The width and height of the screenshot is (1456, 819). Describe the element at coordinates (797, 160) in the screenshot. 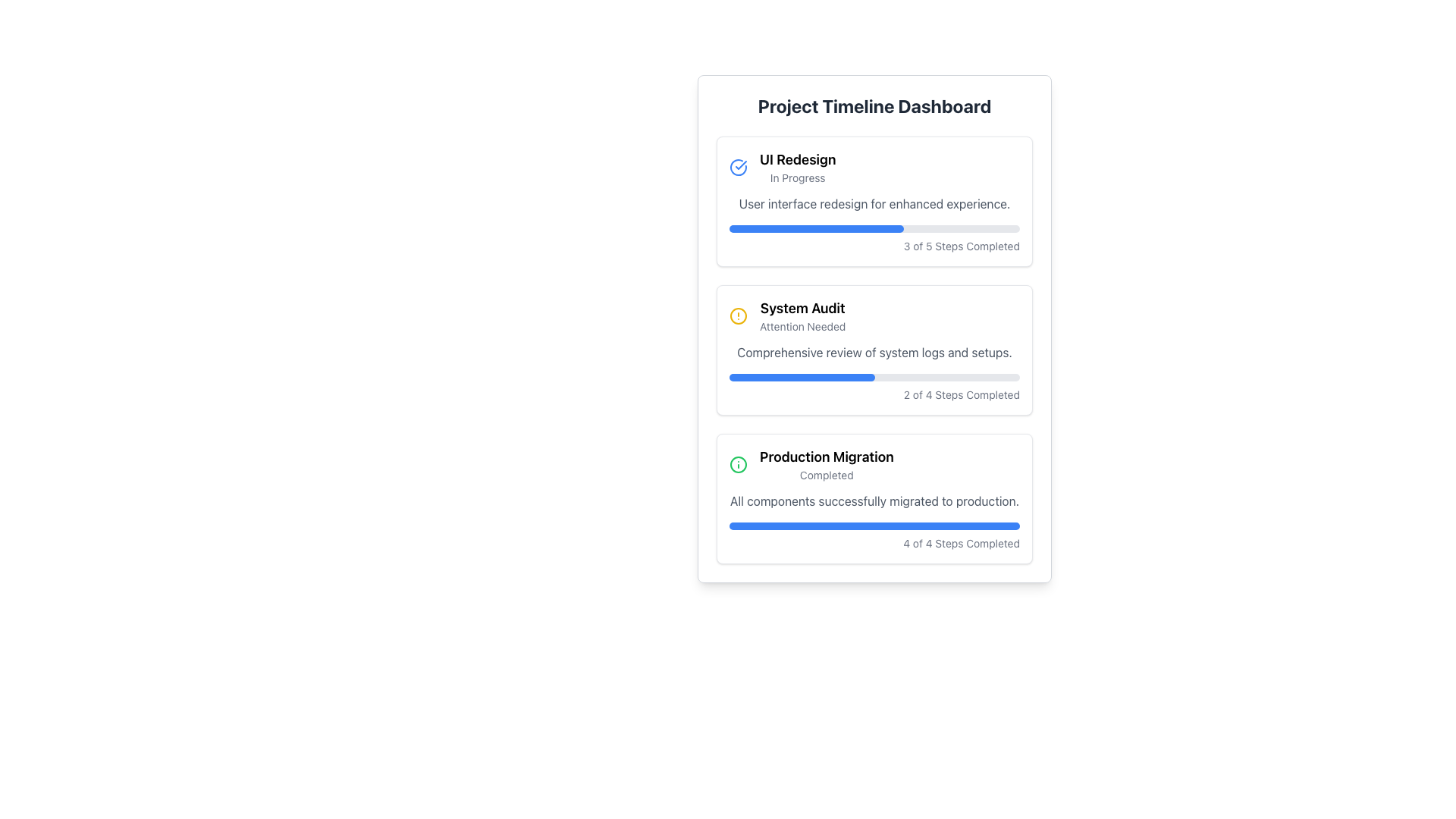

I see `the bold text element reading 'UI Redesign' located at the top-left inside the first task card in the 'Project Timeline Dashboard', positioned above the status text 'In Progress' and to the right of a checkmark icon` at that location.